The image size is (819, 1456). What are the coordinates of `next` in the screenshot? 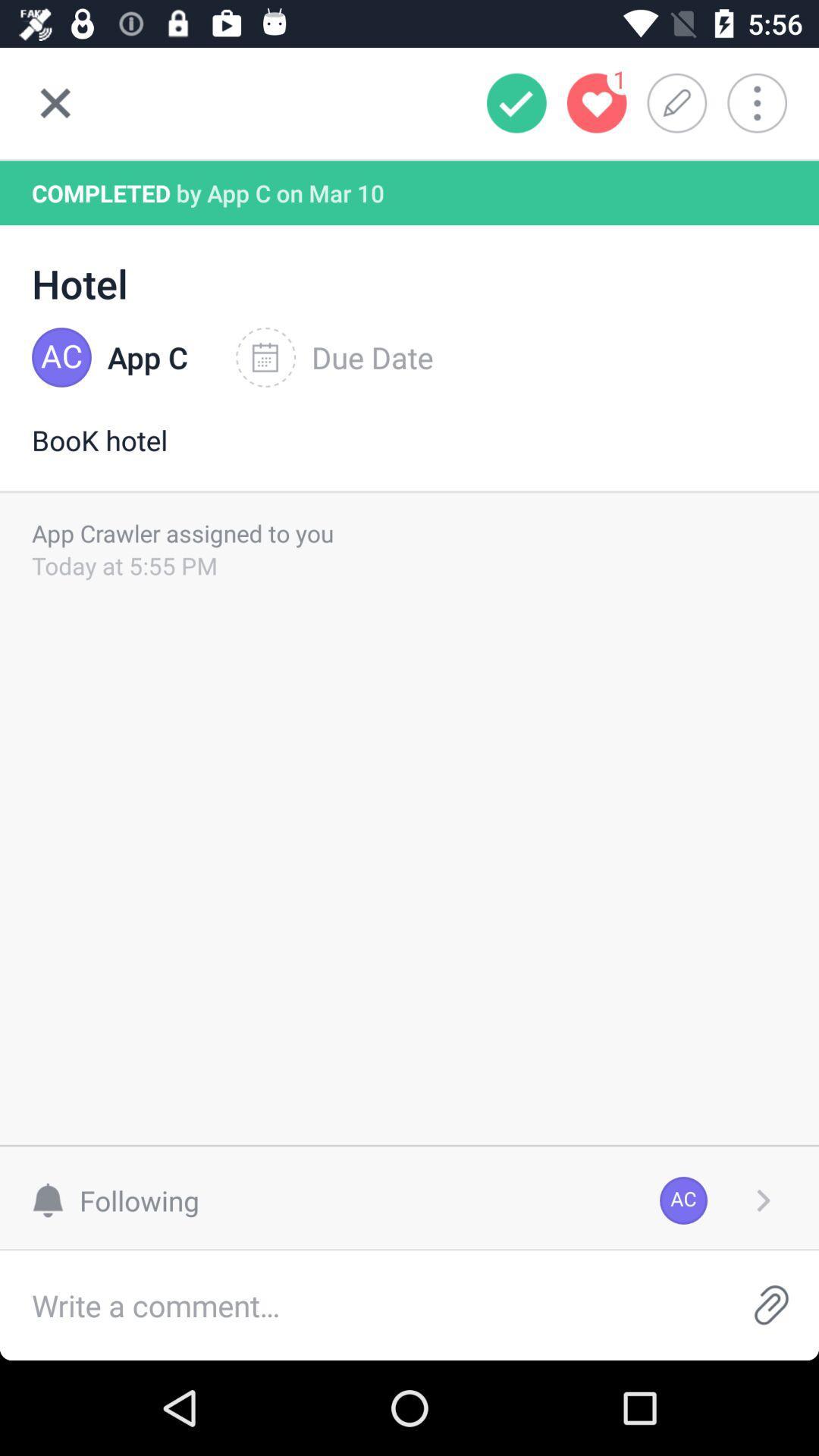 It's located at (763, 1200).